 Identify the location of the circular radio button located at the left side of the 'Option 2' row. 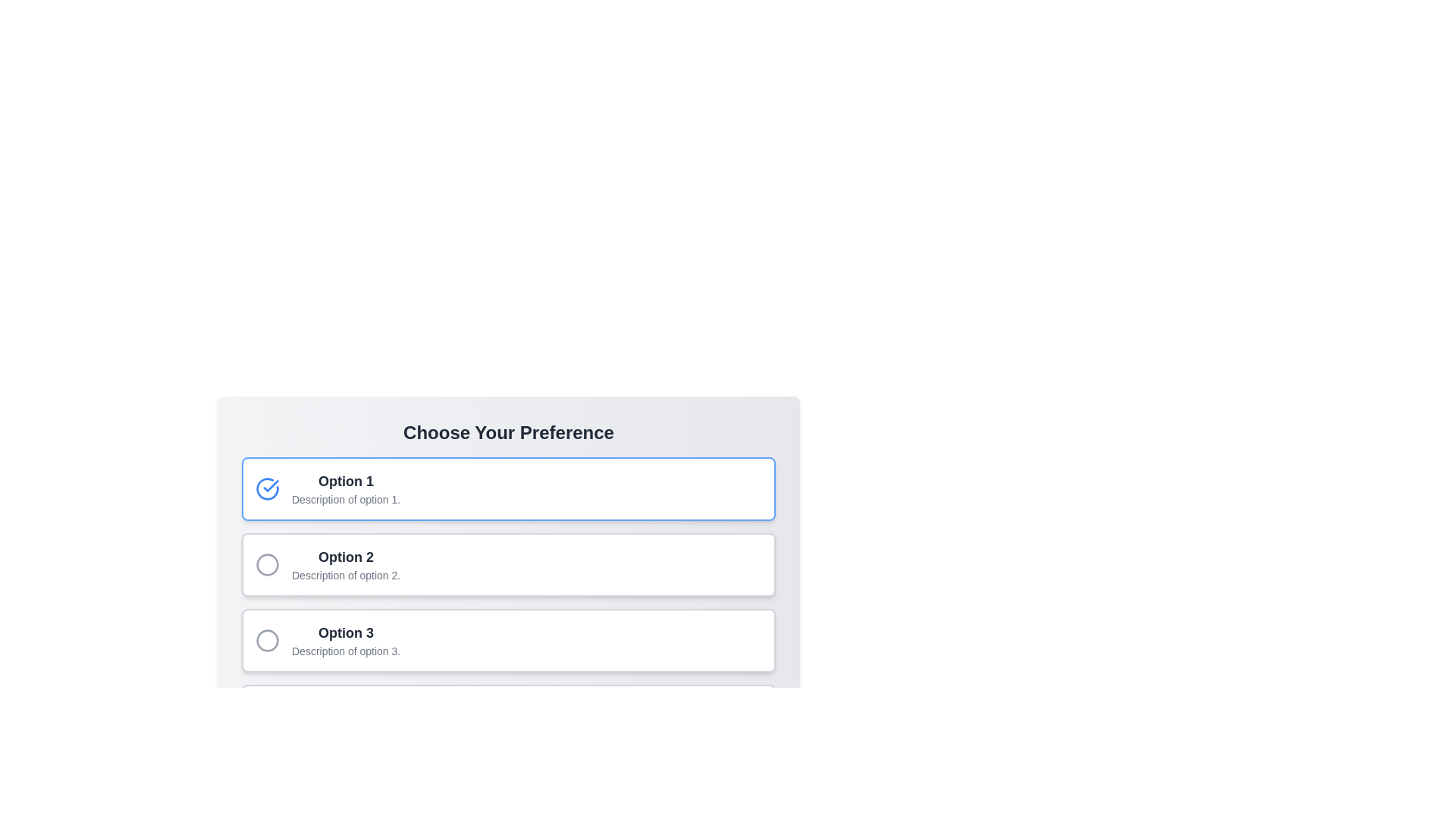
(268, 564).